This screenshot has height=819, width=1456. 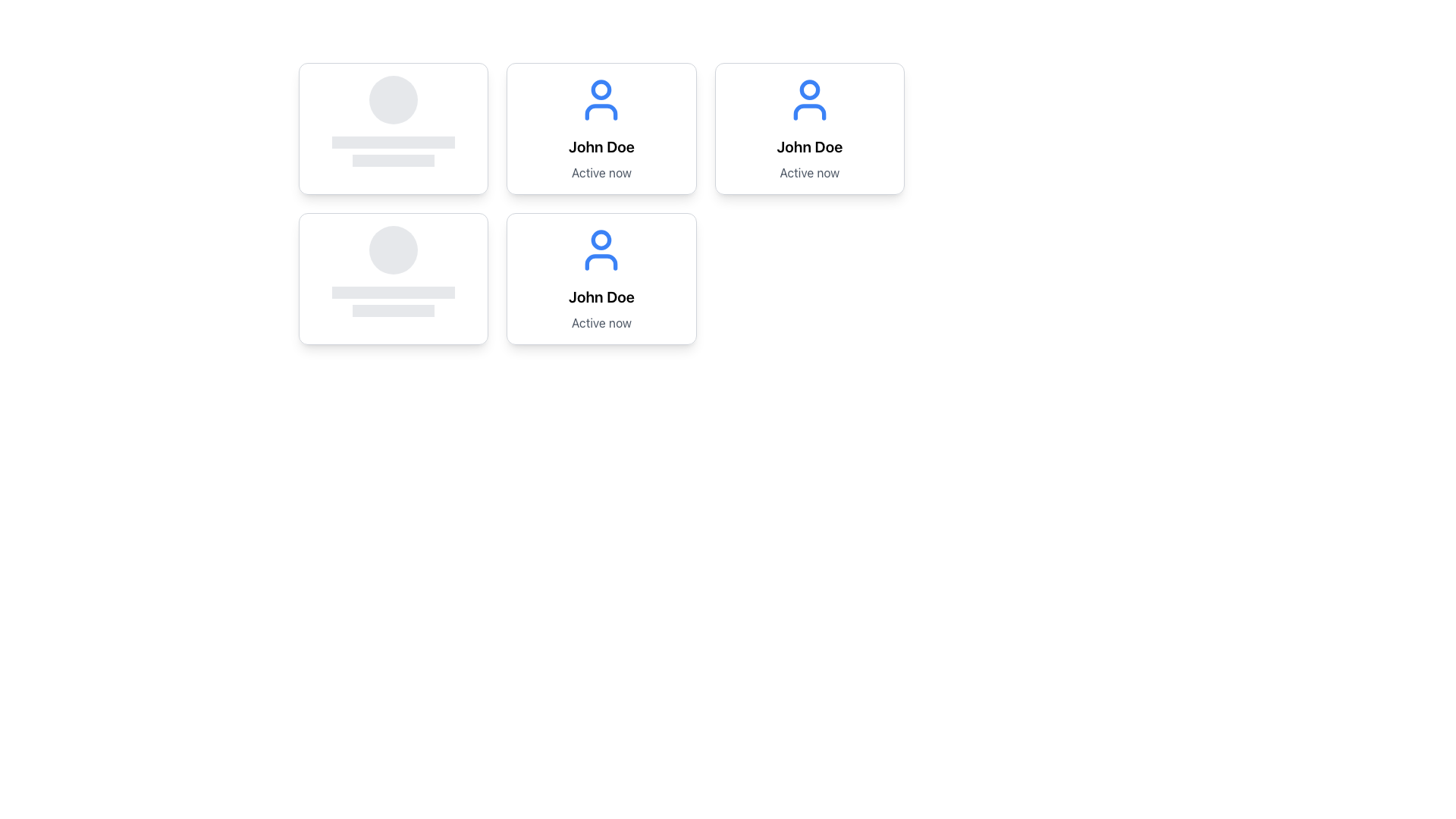 I want to click on the Placeholder skeleton element that represents a loading state of a user card, located in the second row and first column of a grid layout, so click(x=394, y=278).